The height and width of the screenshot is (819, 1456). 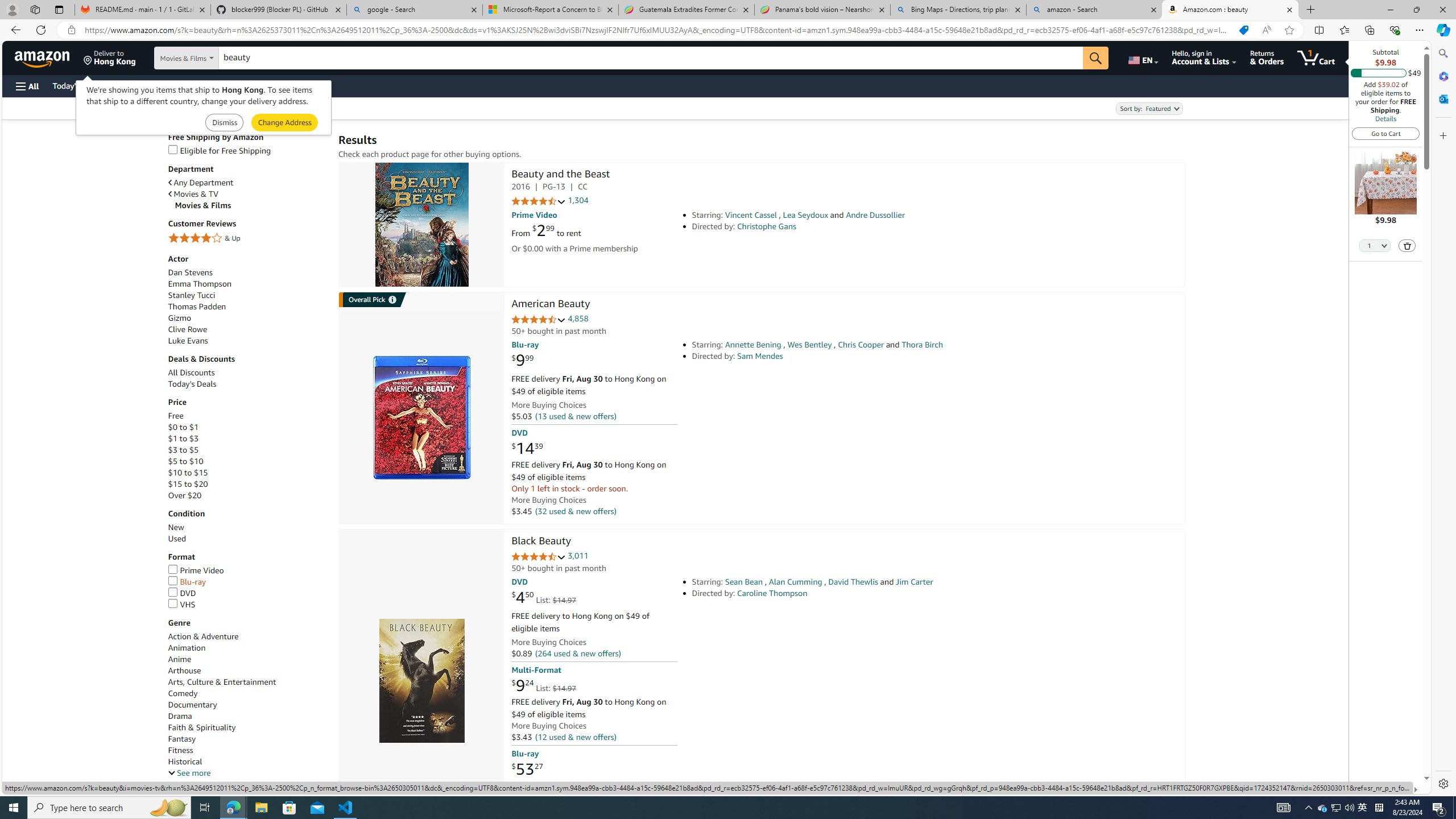 I want to click on '$1 to $3', so click(x=183, y=438).